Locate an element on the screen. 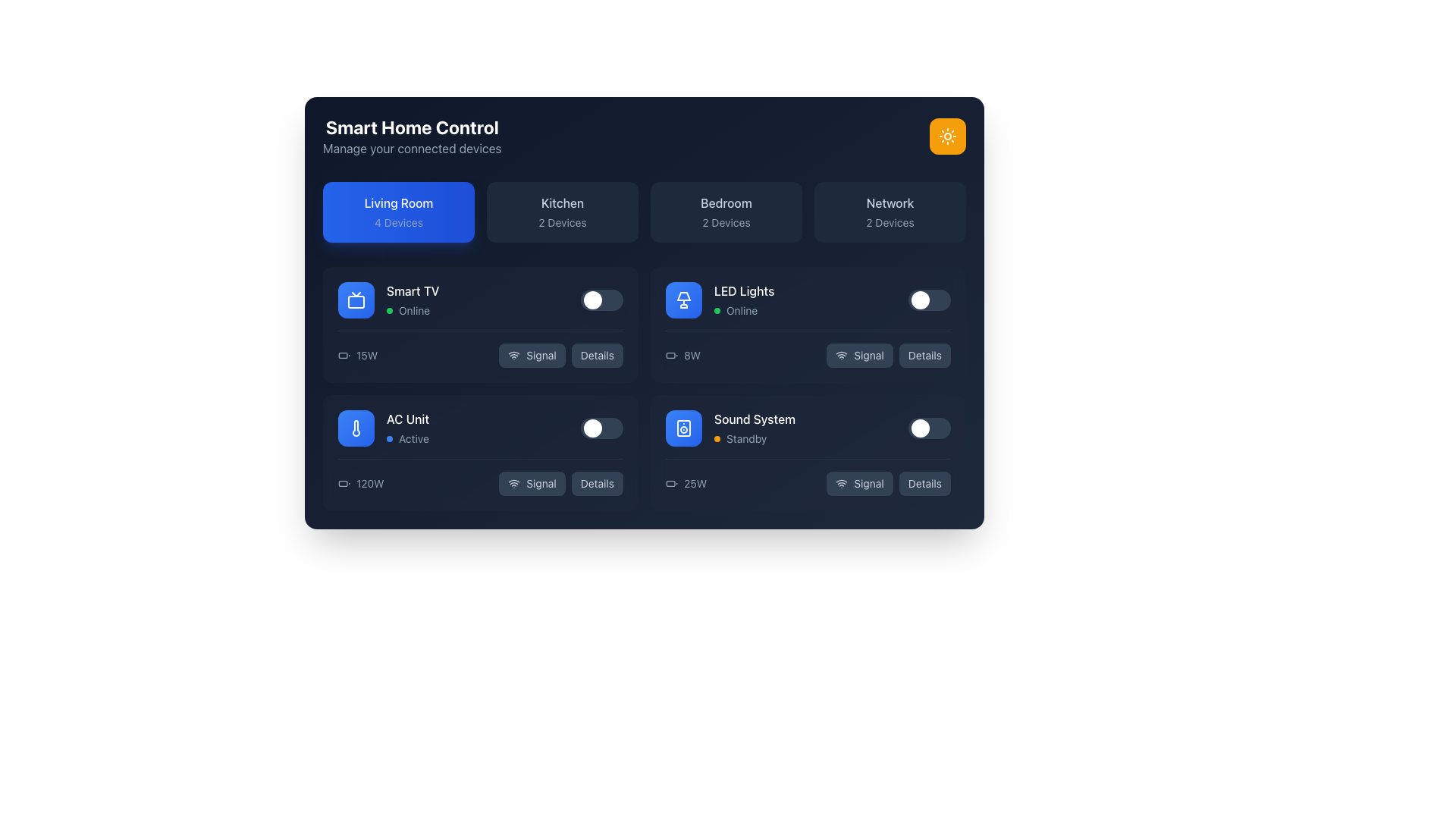  the label displaying 'AC Unit' with the status 'Active' and a blue circular indicator, located in the bottom-left section of the 'Living Room' panel is located at coordinates (407, 428).